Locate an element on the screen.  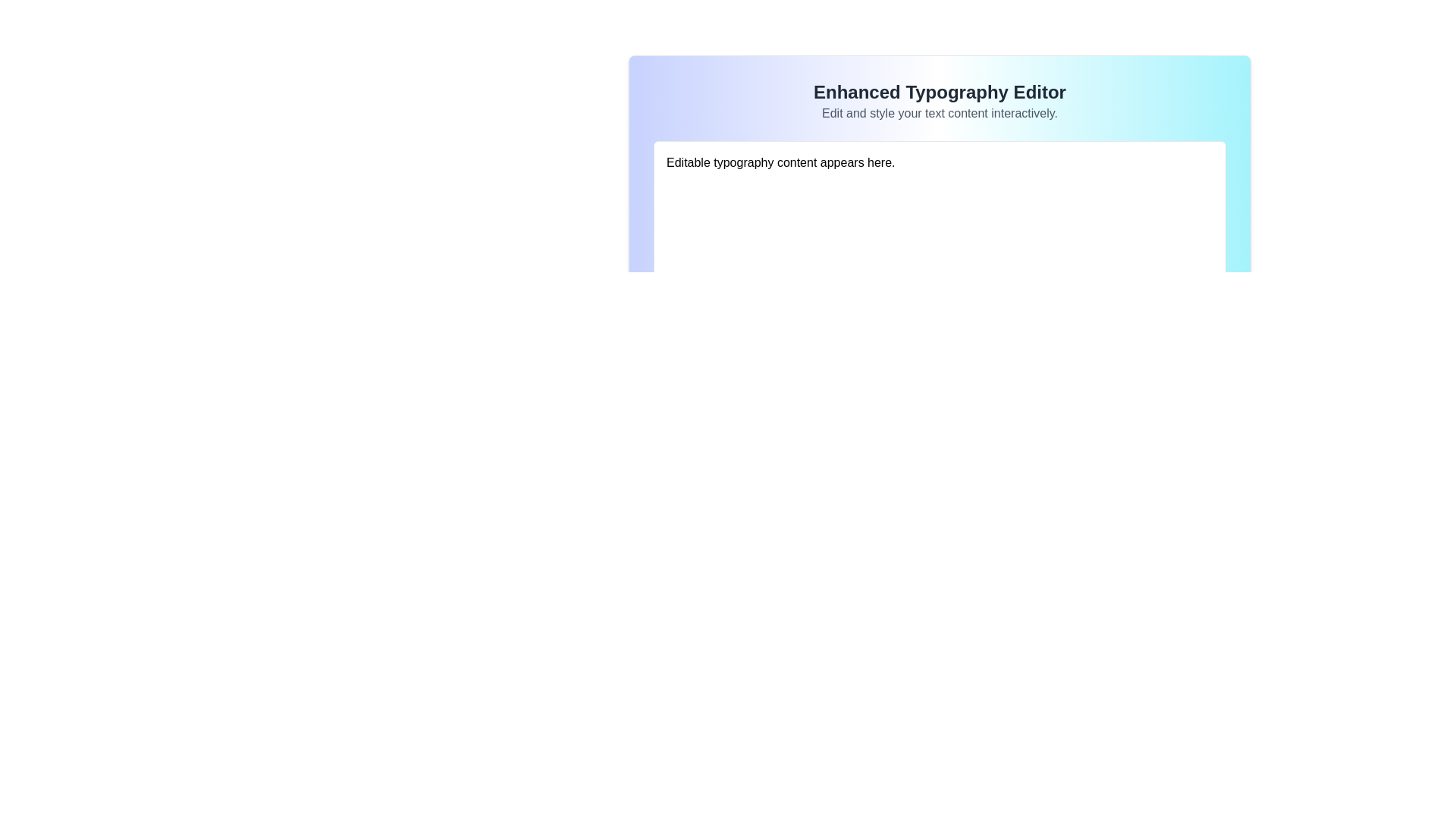
the subtitle text that reads 'Edit and style your text content interactively.' which is located directly below the title 'Enhanced Typography Editor' is located at coordinates (939, 113).